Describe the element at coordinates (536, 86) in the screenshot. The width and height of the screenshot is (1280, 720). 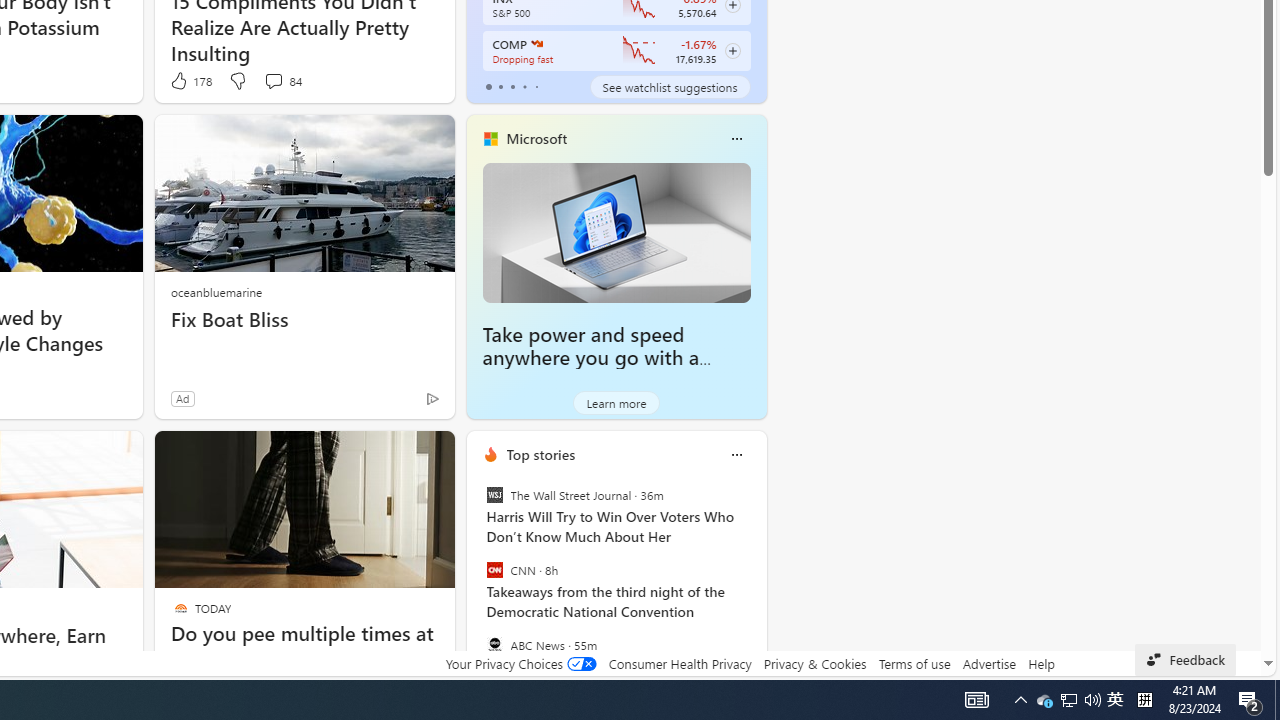
I see `'tab-4'` at that location.